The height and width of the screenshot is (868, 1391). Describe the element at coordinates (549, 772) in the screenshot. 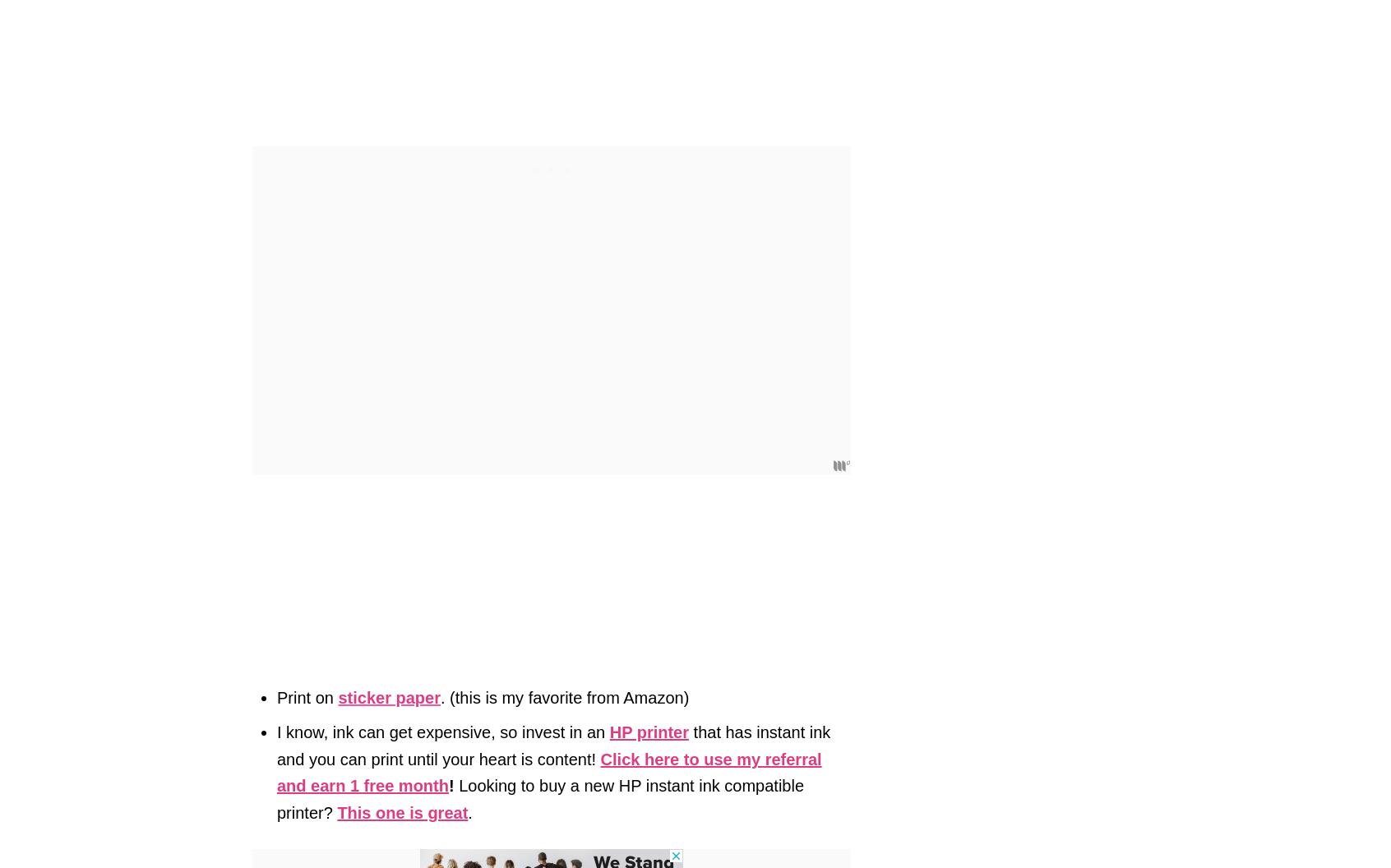

I see `'Click here to use my referral and earn 1 free month'` at that location.